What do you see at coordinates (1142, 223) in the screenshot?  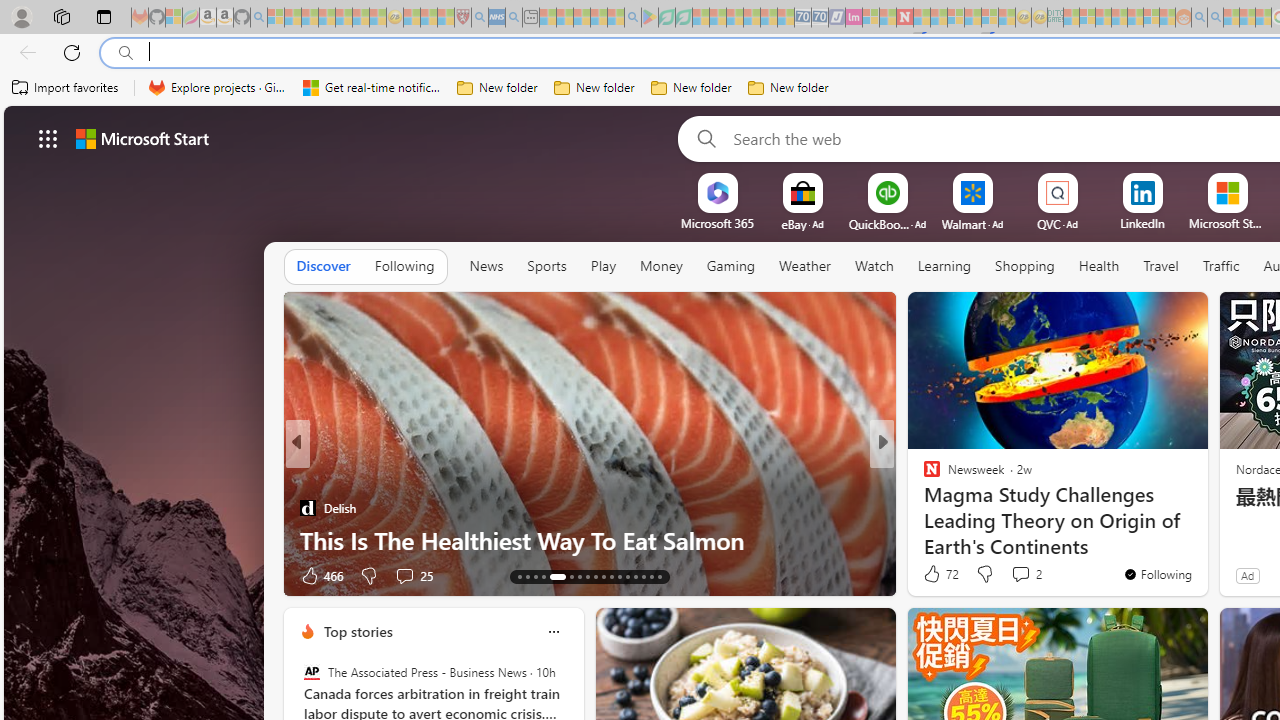 I see `'LinkedIn'` at bounding box center [1142, 223].